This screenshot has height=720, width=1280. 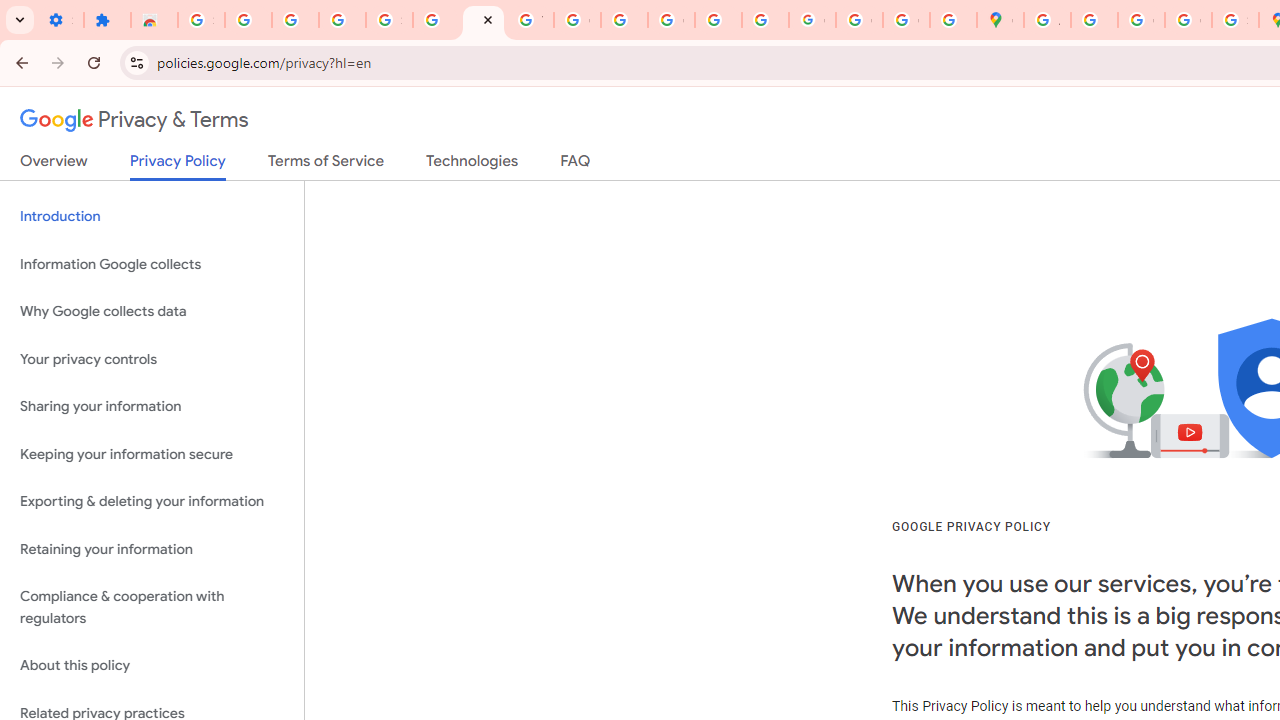 I want to click on 'Google Maps', so click(x=1000, y=20).